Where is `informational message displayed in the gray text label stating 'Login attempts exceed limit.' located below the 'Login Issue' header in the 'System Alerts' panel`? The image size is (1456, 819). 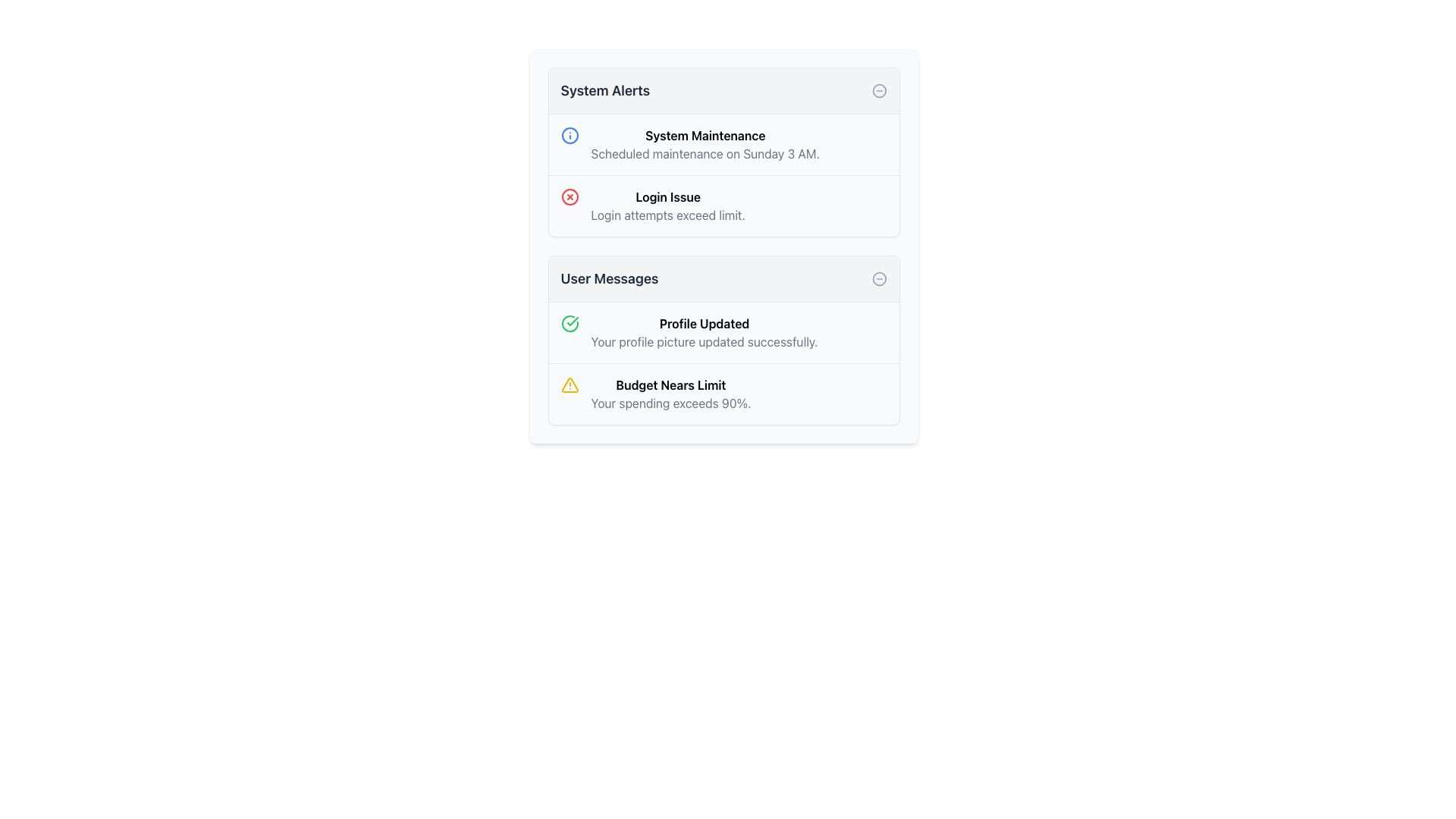
informational message displayed in the gray text label stating 'Login attempts exceed limit.' located below the 'Login Issue' header in the 'System Alerts' panel is located at coordinates (667, 215).